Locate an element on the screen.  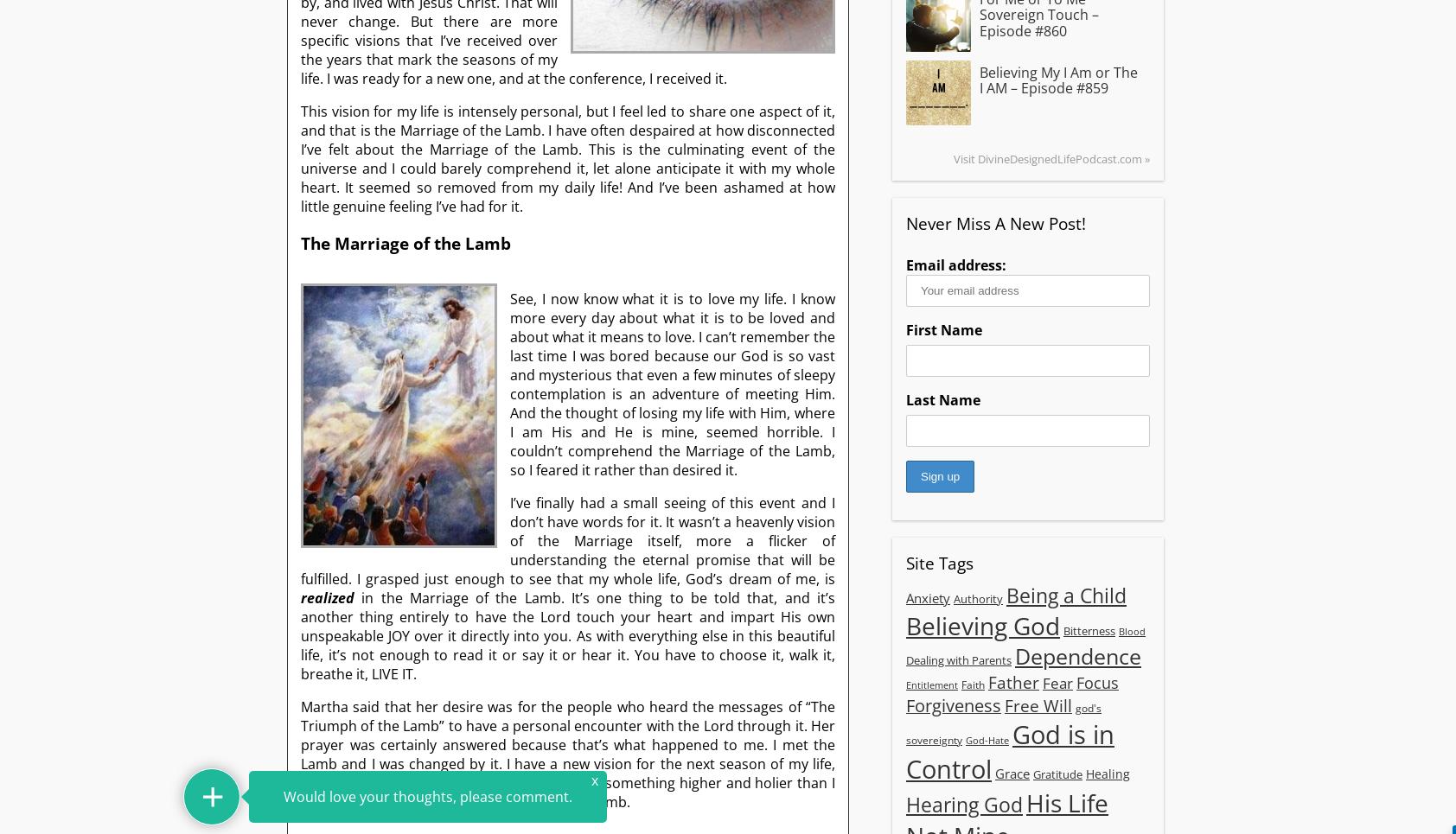
'in the Marriage of the Lamb. It’s one thing to be told that, and it’s another thing entirely to have the Lord touch your heart and impart His own unspeakable JOY over it directly into you. As with everything else in this beautiful life, it’s not enough to read it or say it or hear it. You have to choose it, walk it, breathe it, LIVE IT.' is located at coordinates (567, 635).